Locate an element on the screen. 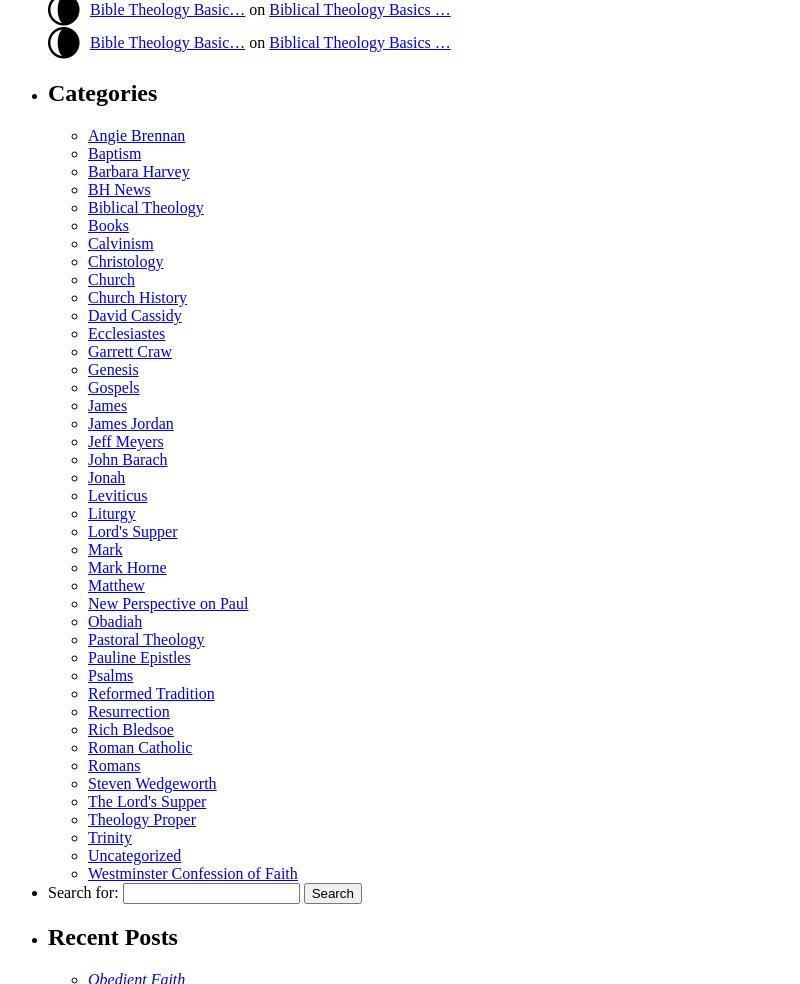 This screenshot has height=984, width=800. 'Church' is located at coordinates (110, 278).